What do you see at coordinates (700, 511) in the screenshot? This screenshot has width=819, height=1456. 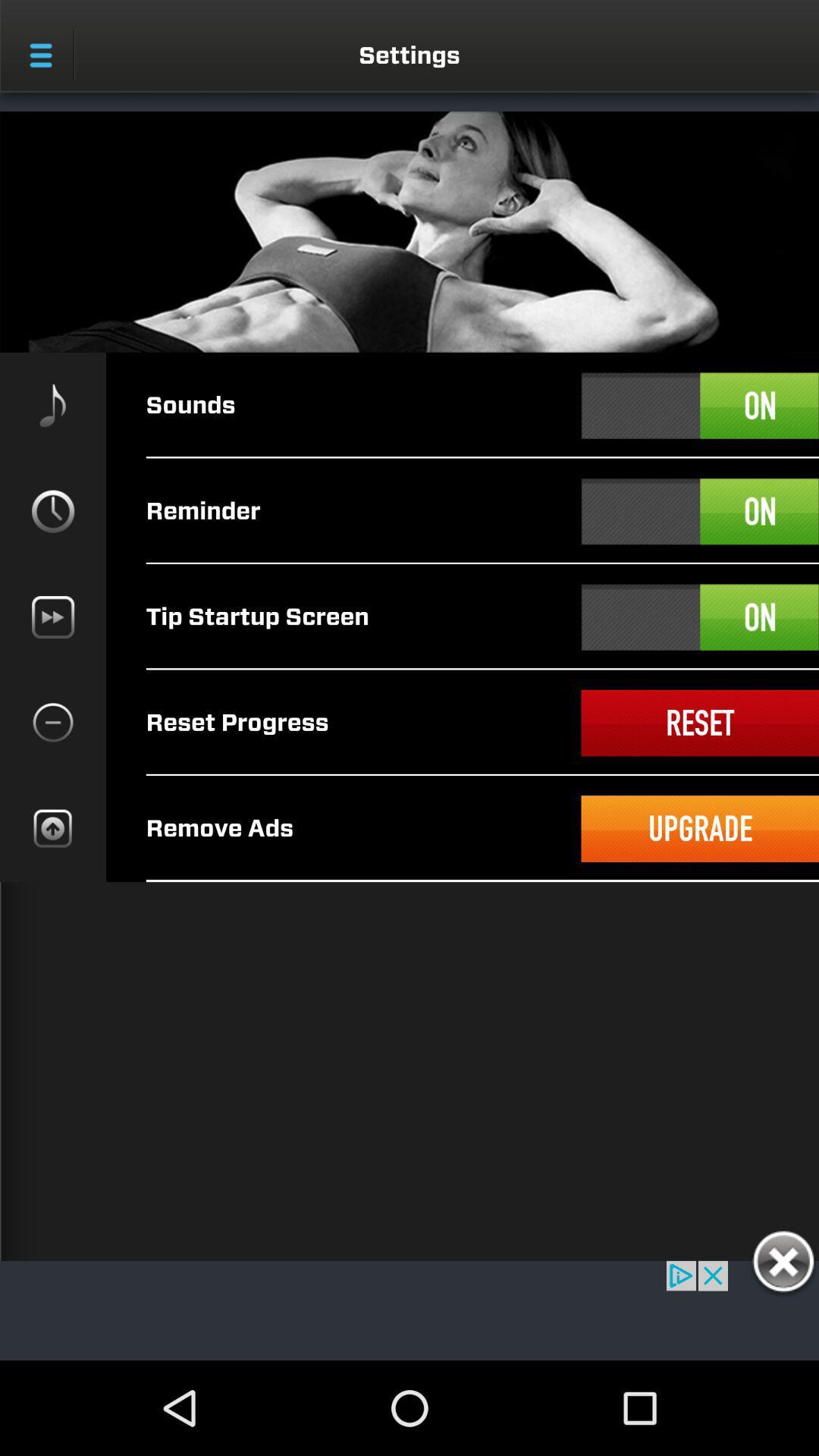 I see `on button` at bounding box center [700, 511].